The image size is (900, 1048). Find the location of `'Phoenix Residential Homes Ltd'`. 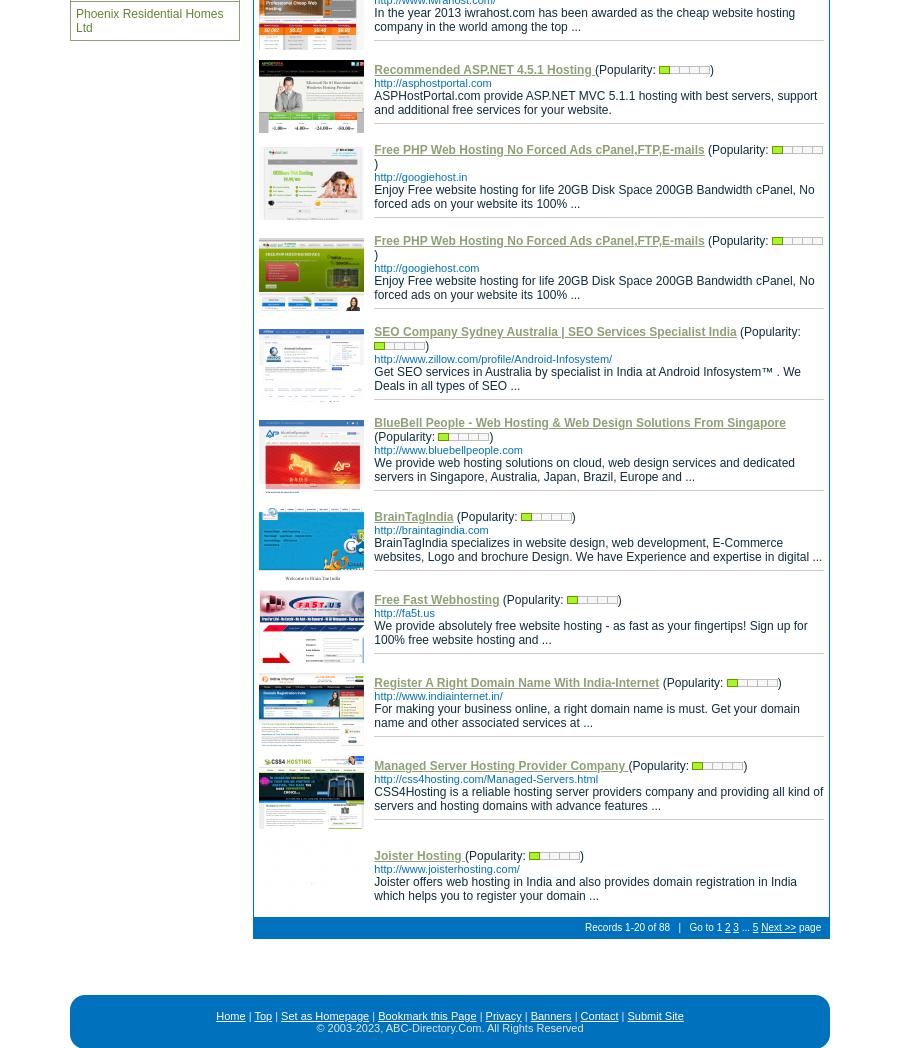

'Phoenix Residential Homes Ltd' is located at coordinates (149, 19).